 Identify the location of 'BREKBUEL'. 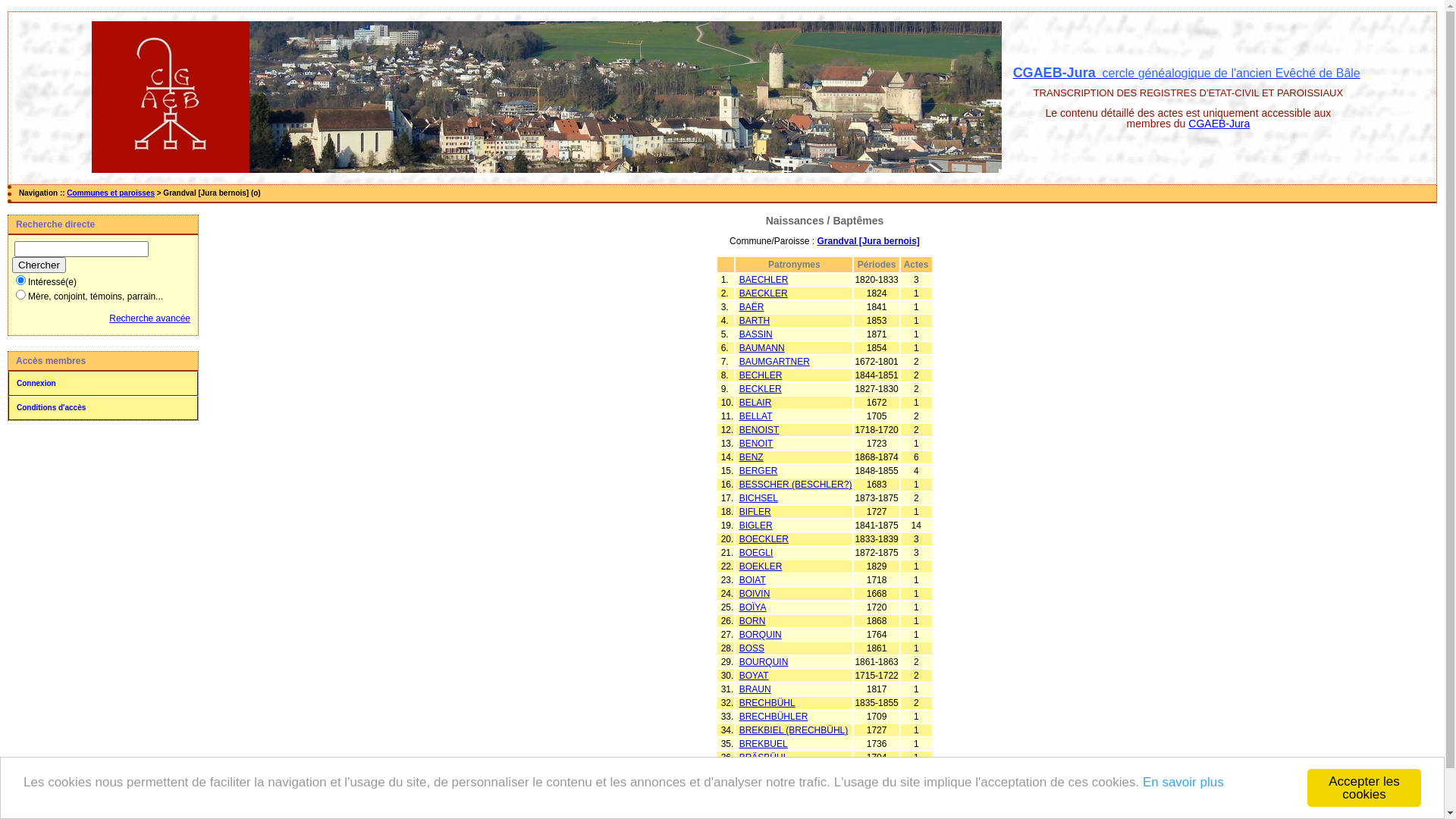
(764, 742).